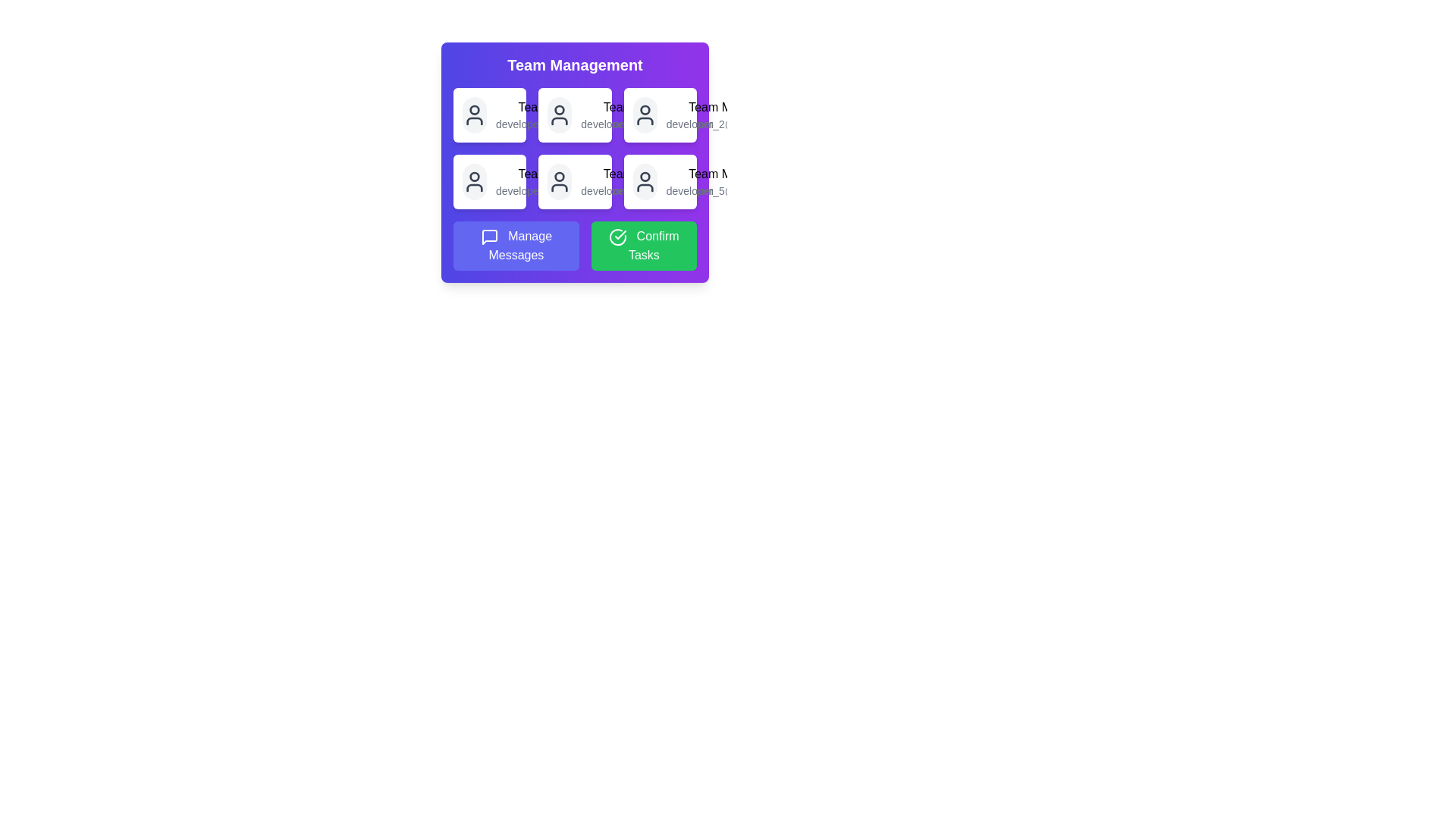 This screenshot has width=1456, height=819. What do you see at coordinates (574, 162) in the screenshot?
I see `the user information card` at bounding box center [574, 162].